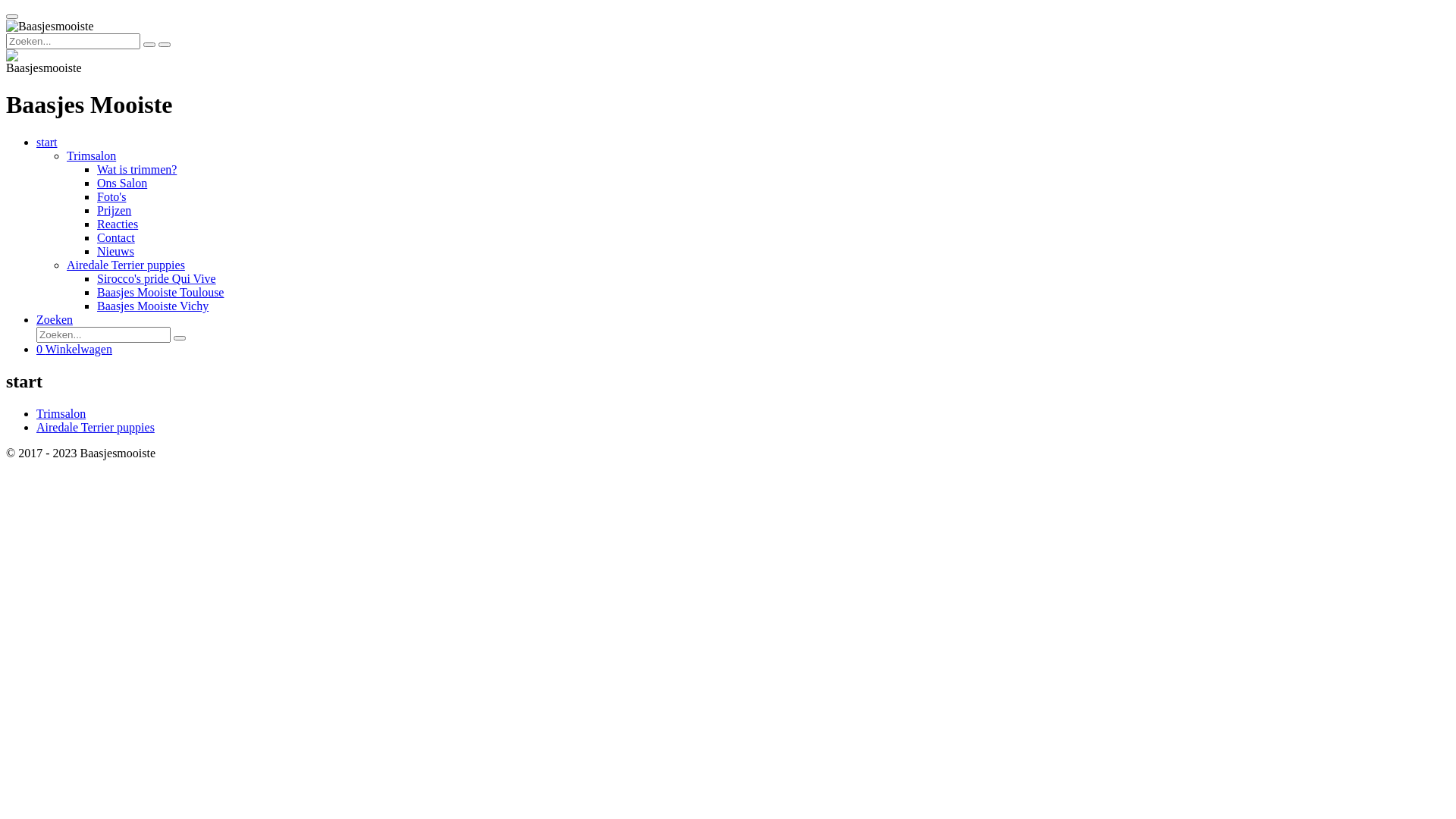 Image resolution: width=1456 pixels, height=819 pixels. What do you see at coordinates (160, 292) in the screenshot?
I see `'Baasjes Mooiste Toulouse'` at bounding box center [160, 292].